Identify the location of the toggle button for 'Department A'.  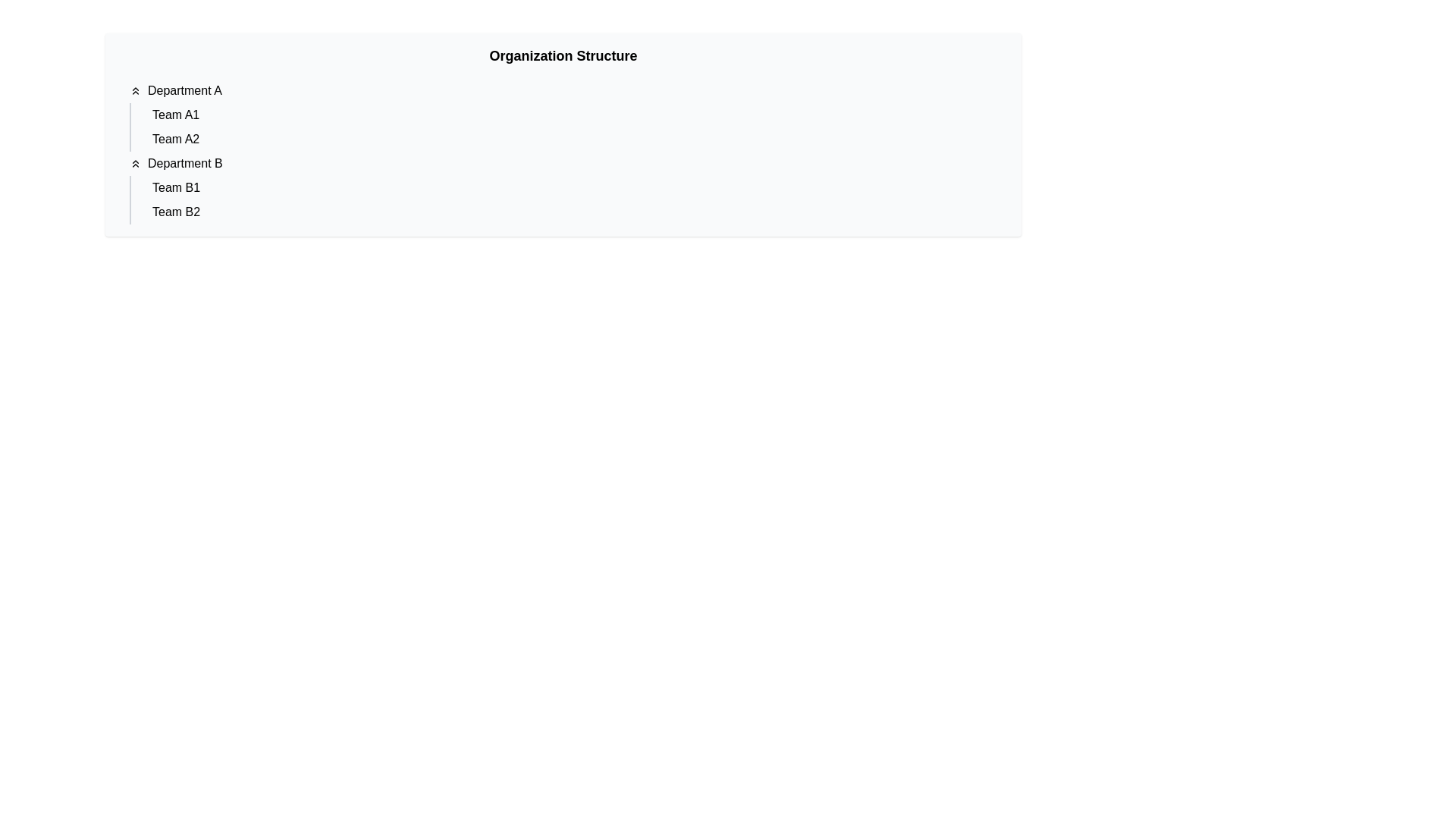
(135, 90).